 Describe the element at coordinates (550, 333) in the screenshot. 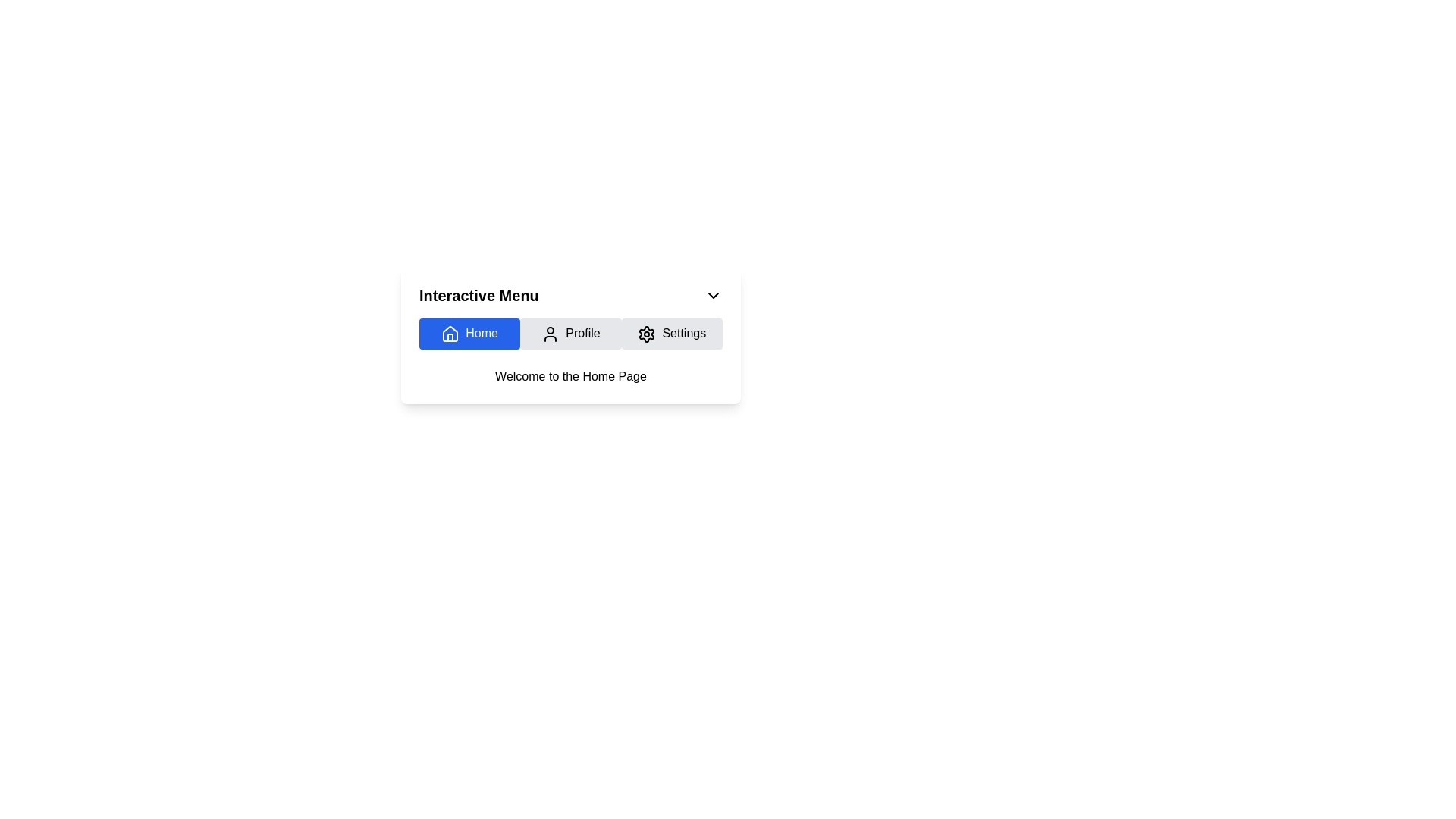

I see `the 'Profile' button, which is the second button in the horizontal menu` at that location.